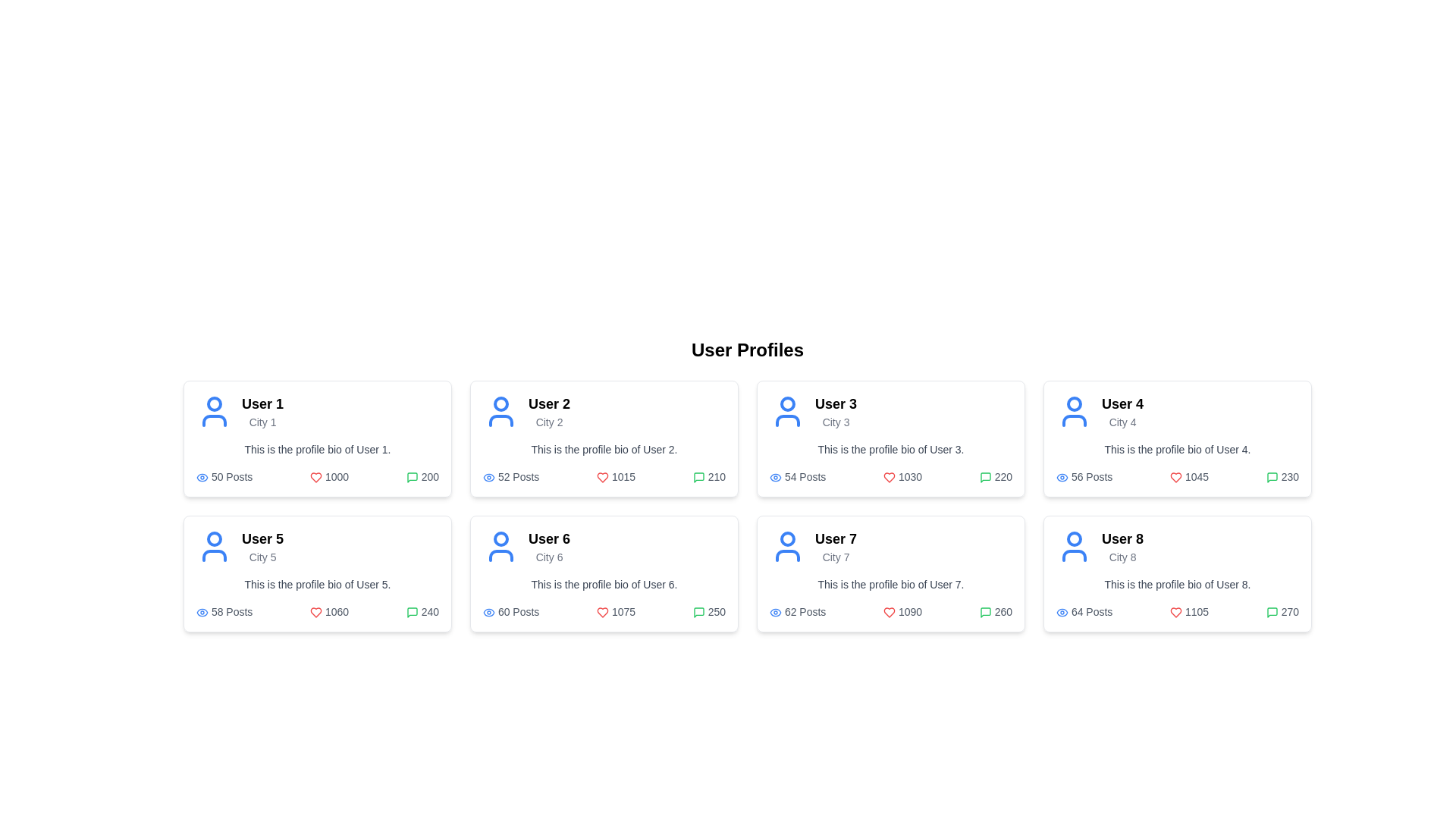  Describe the element at coordinates (412, 478) in the screenshot. I see `the profile attribute icon located at the bottom right corner of 'User 1's profile card, adjacent to the text label displaying the number '200'` at that location.